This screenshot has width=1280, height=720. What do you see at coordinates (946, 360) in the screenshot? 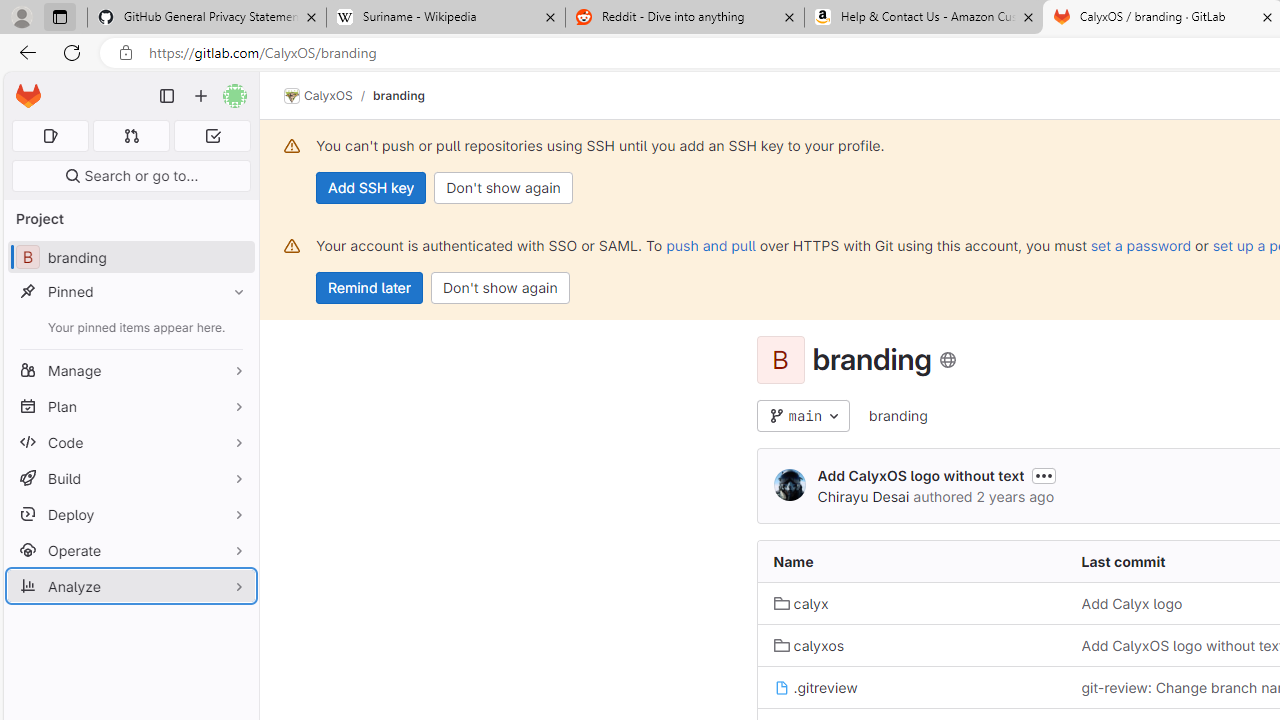
I see `'Class: s16 icon'` at bounding box center [946, 360].